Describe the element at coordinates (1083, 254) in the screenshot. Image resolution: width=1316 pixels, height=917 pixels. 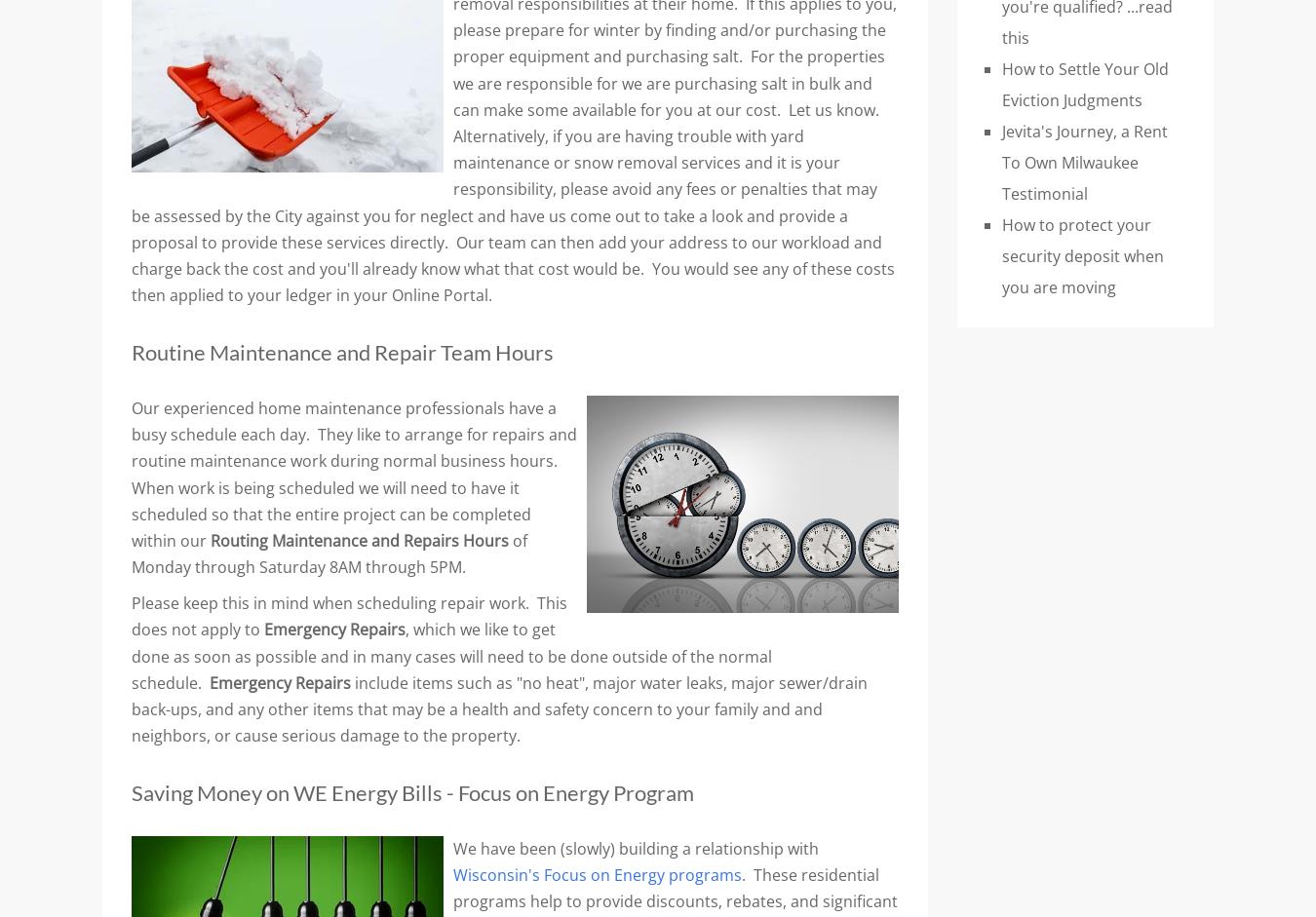
I see `'How to protect your security deposit when you are moving'` at that location.